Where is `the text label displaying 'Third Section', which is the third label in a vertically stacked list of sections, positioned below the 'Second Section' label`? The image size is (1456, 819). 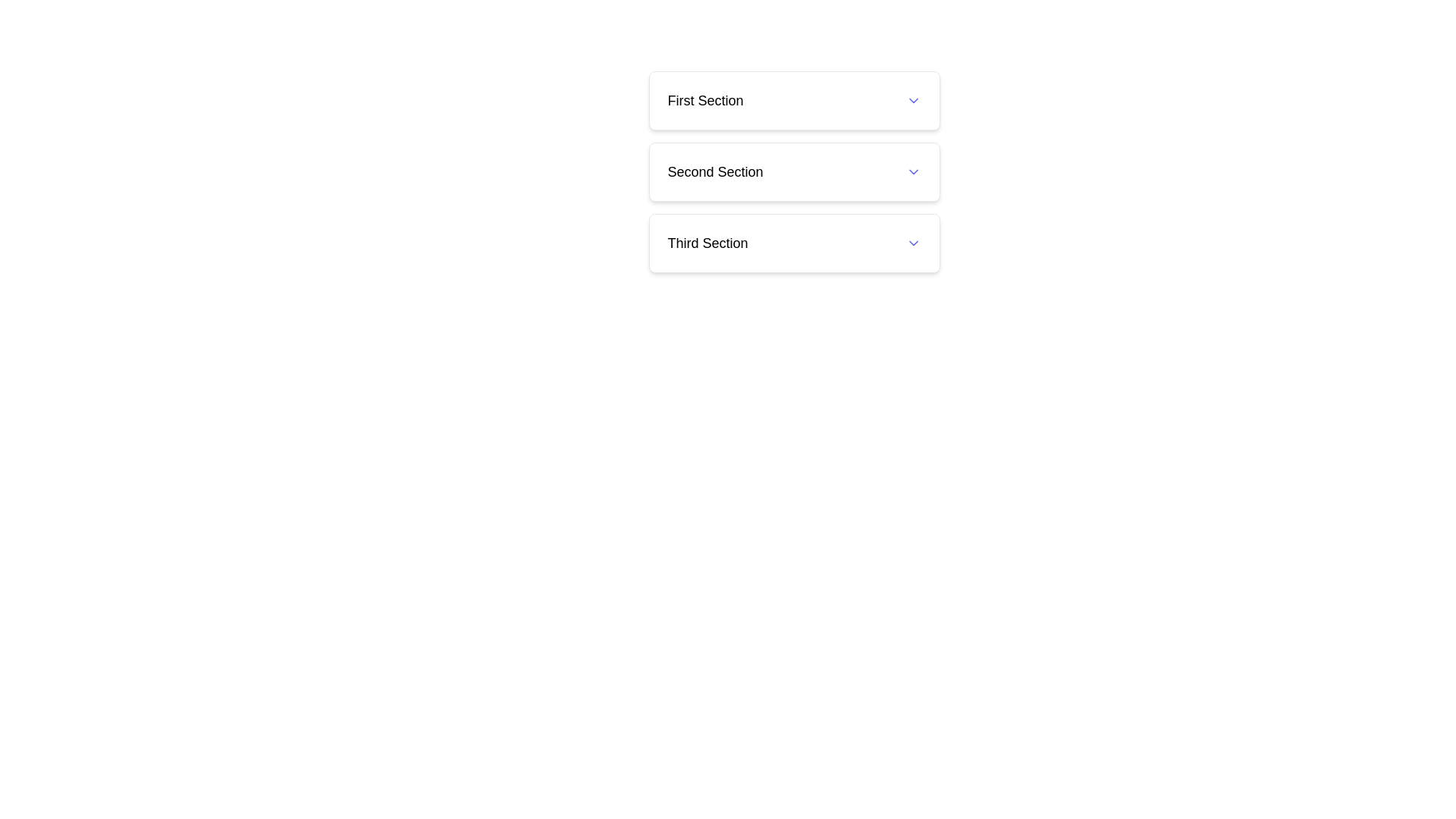 the text label displaying 'Third Section', which is the third label in a vertically stacked list of sections, positioned below the 'Second Section' label is located at coordinates (707, 242).